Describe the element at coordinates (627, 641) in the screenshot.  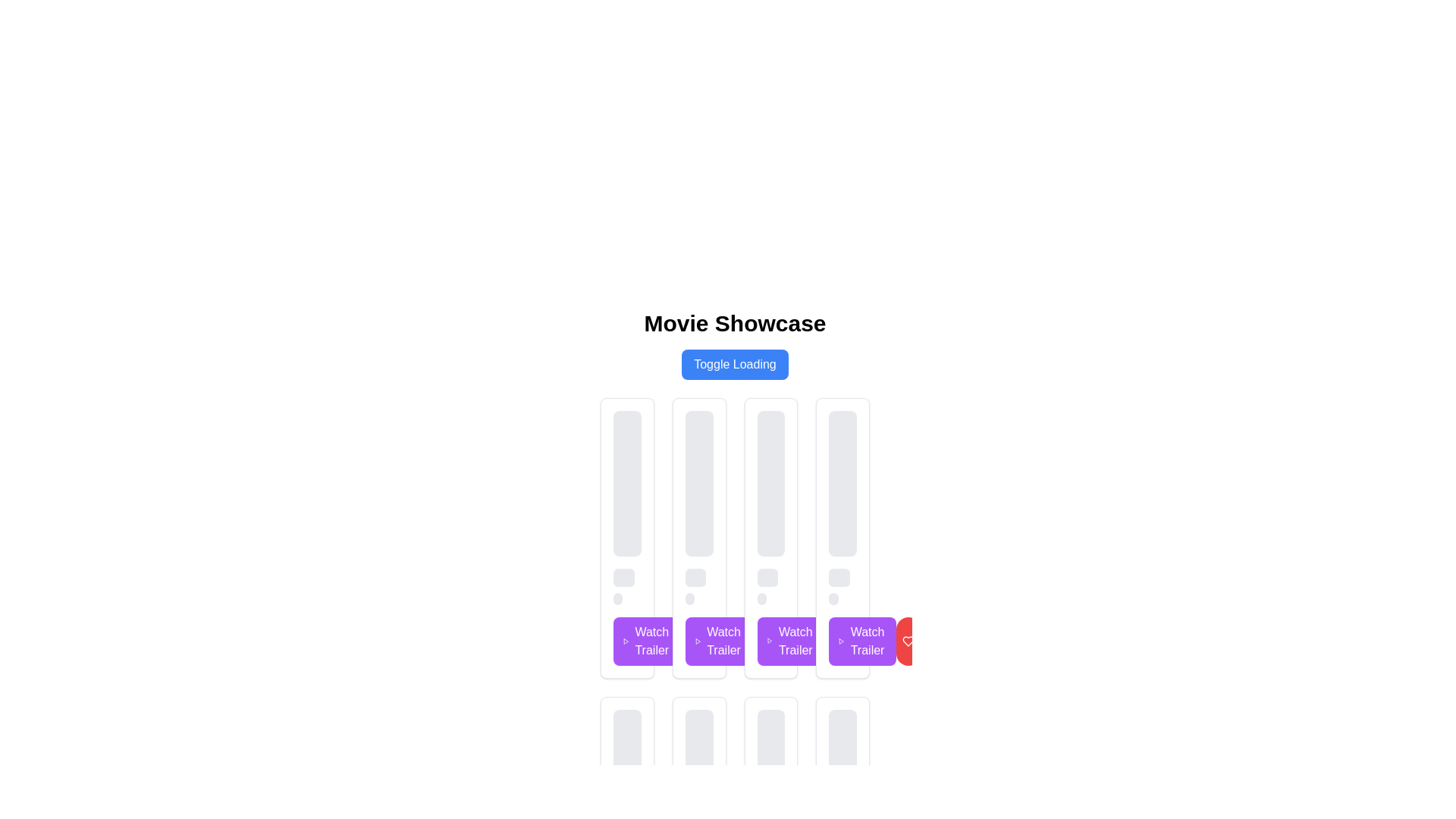
I see `the button located at the bottom-right corner of the first card in the 'Movie Showcase' section to play the trailer` at that location.